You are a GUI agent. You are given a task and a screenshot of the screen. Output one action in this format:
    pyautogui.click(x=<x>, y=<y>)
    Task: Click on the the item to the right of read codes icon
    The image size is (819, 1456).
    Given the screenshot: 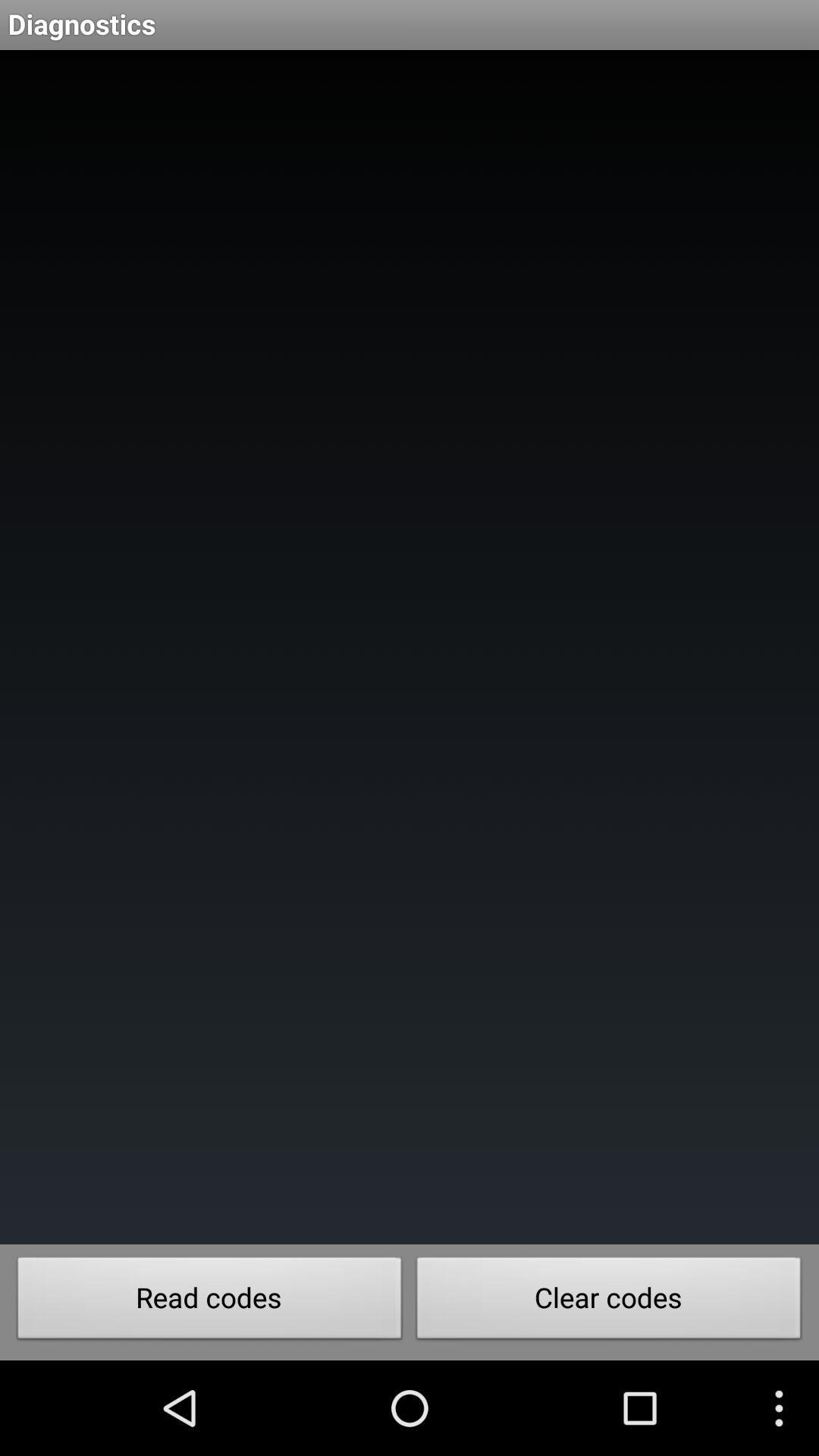 What is the action you would take?
    pyautogui.click(x=608, y=1301)
    